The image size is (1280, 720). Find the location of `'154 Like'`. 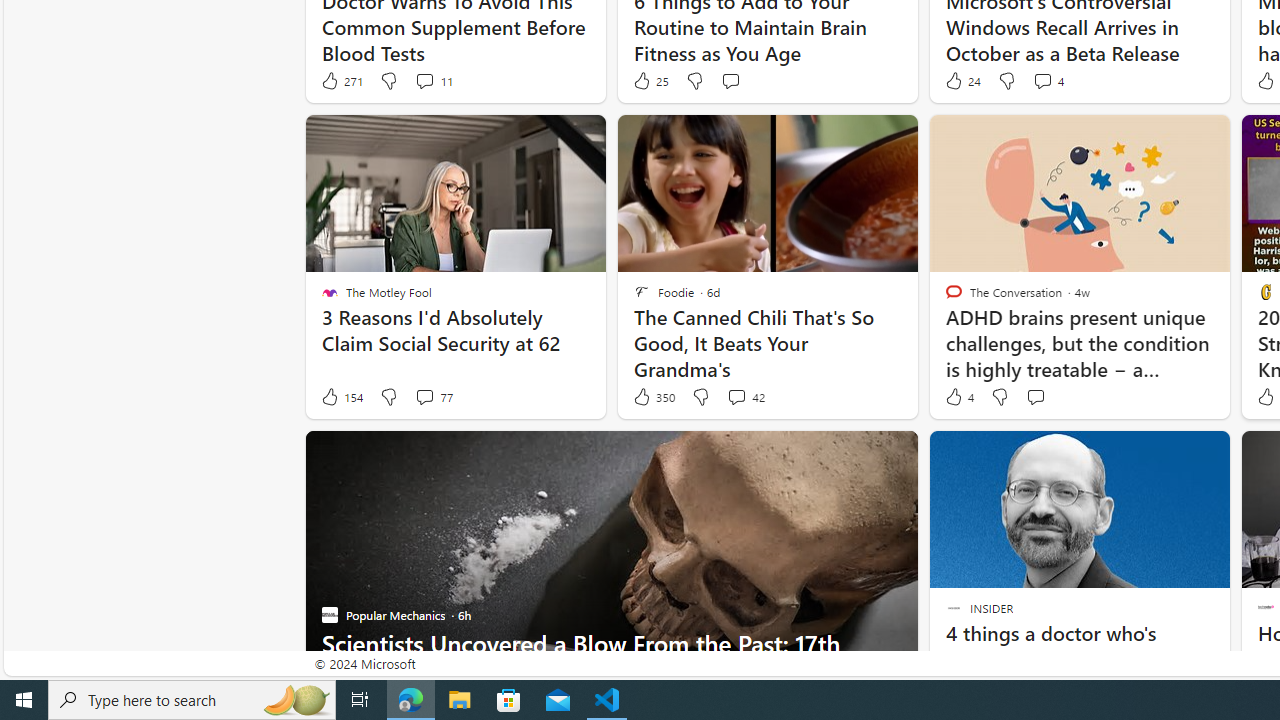

'154 Like' is located at coordinates (341, 397).